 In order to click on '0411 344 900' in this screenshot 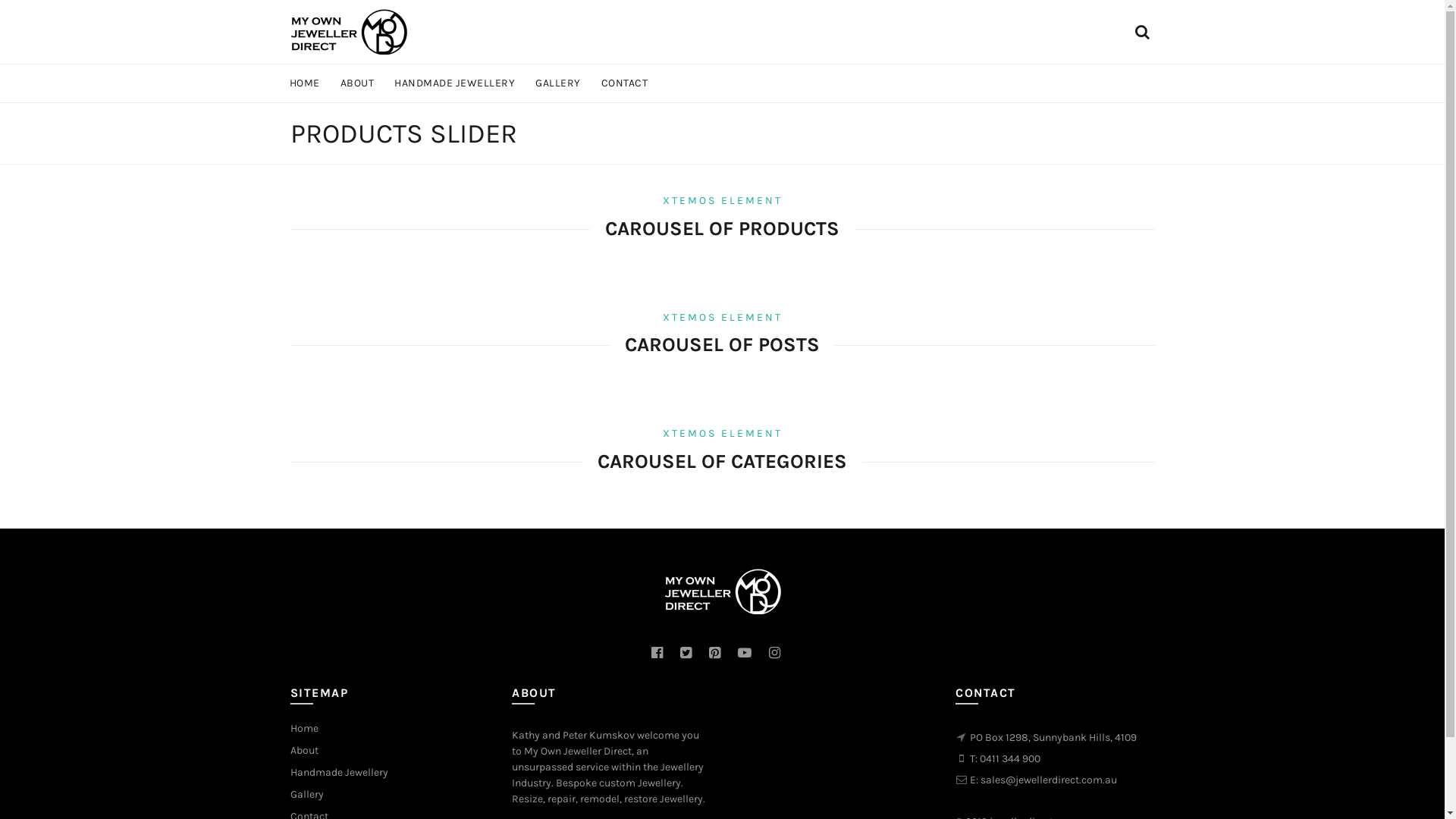, I will do `click(1010, 758)`.